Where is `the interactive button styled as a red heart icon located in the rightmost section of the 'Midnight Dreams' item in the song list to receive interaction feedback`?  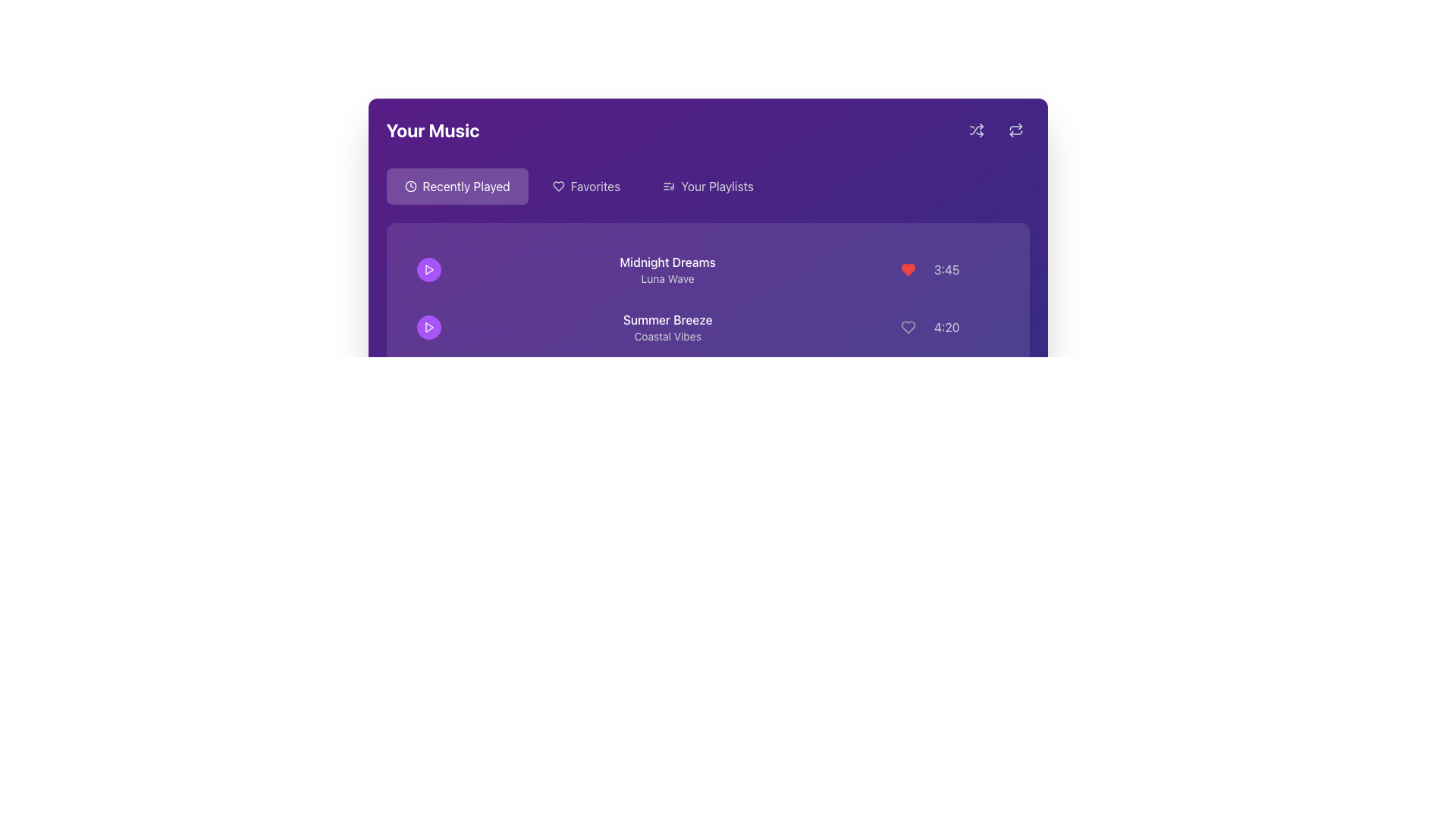 the interactive button styled as a red heart icon located in the rightmost section of the 'Midnight Dreams' item in the song list to receive interaction feedback is located at coordinates (908, 268).